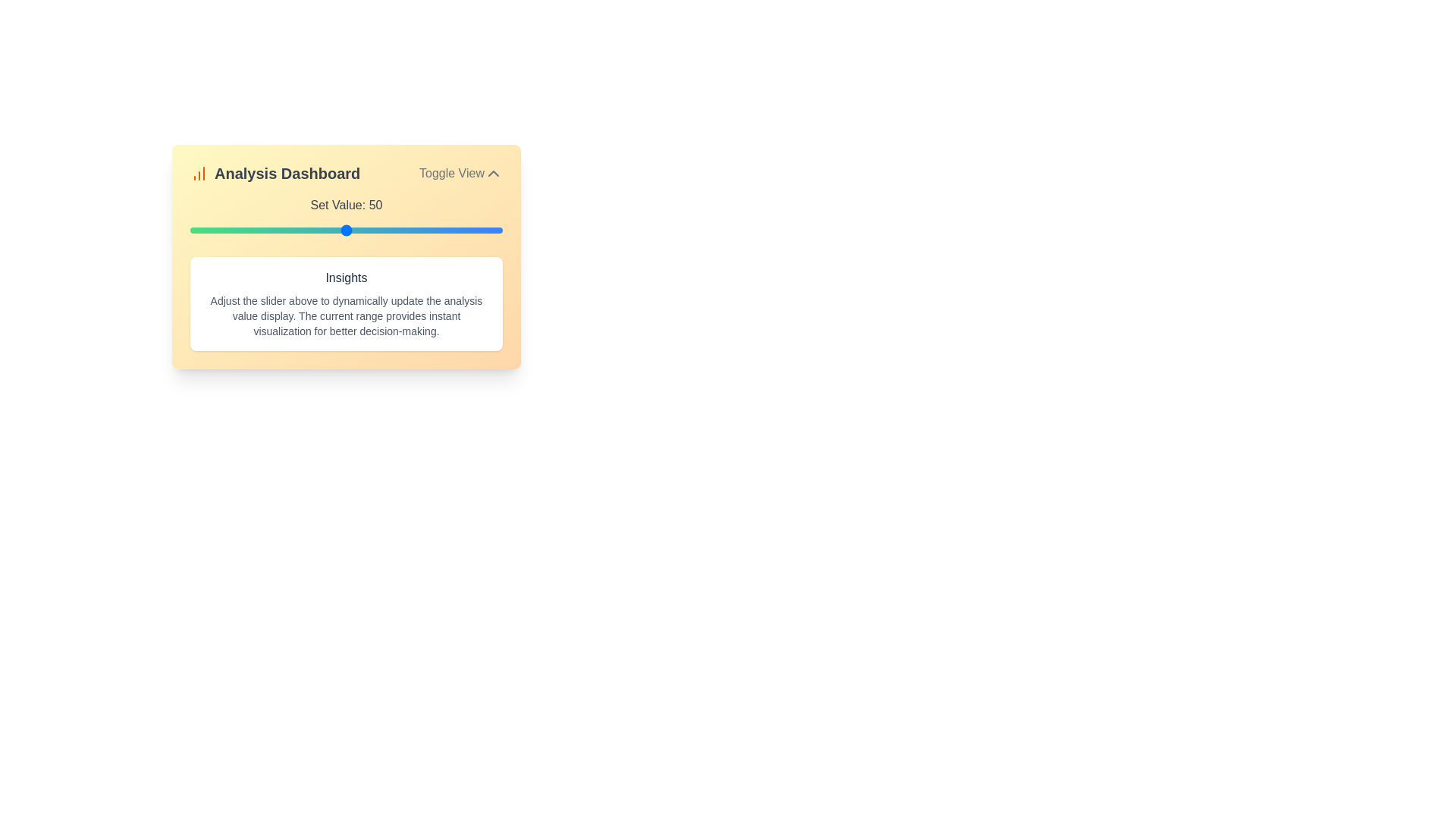 Image resolution: width=1456 pixels, height=819 pixels. What do you see at coordinates (308, 231) in the screenshot?
I see `the slider to set the value to 38` at bounding box center [308, 231].